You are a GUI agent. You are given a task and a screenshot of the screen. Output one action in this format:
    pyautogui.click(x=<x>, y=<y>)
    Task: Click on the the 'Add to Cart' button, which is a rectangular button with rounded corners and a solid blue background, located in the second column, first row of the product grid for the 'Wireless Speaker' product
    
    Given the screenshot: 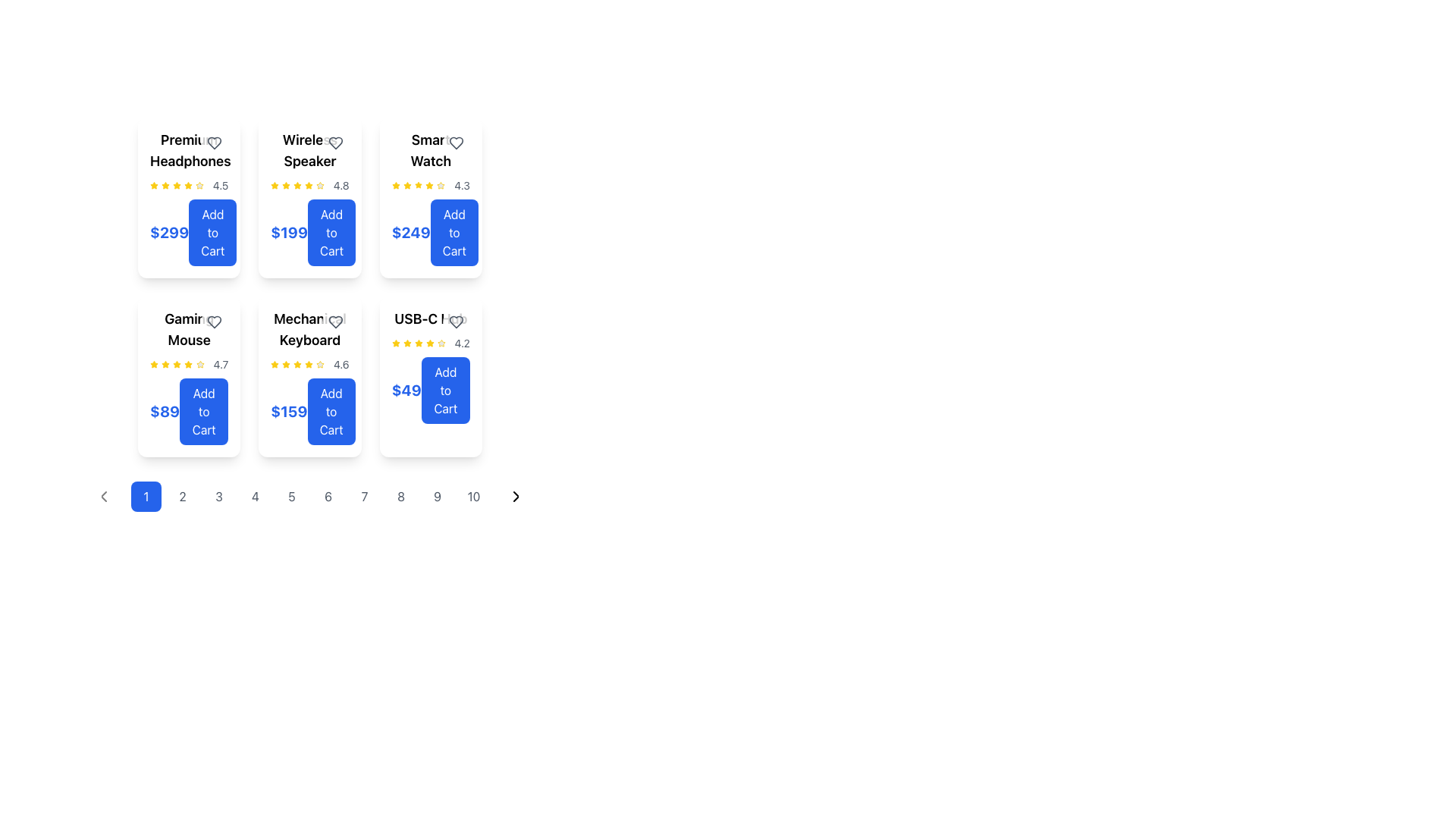 What is the action you would take?
    pyautogui.click(x=331, y=233)
    